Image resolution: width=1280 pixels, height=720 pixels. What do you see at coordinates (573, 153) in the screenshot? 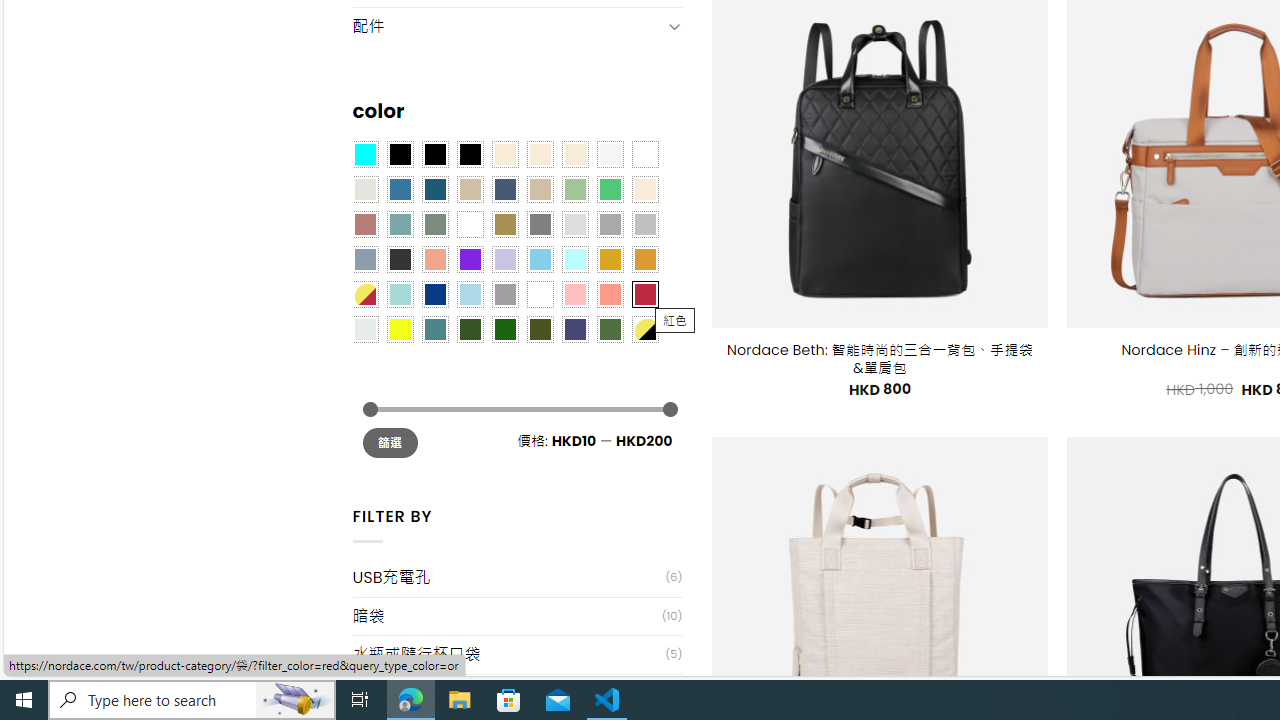
I see `'Cream'` at bounding box center [573, 153].